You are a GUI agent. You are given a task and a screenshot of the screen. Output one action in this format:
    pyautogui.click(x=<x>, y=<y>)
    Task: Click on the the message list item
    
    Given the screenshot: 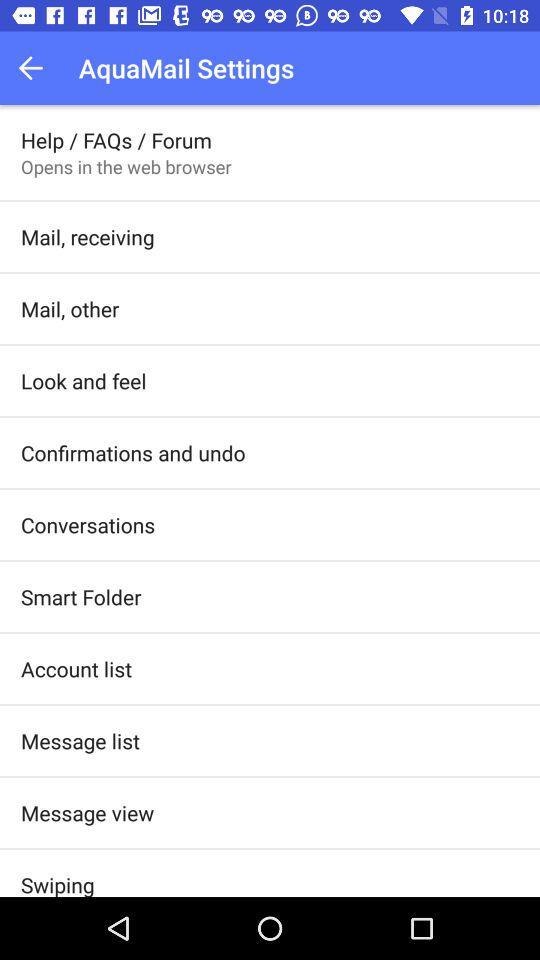 What is the action you would take?
    pyautogui.click(x=79, y=740)
    